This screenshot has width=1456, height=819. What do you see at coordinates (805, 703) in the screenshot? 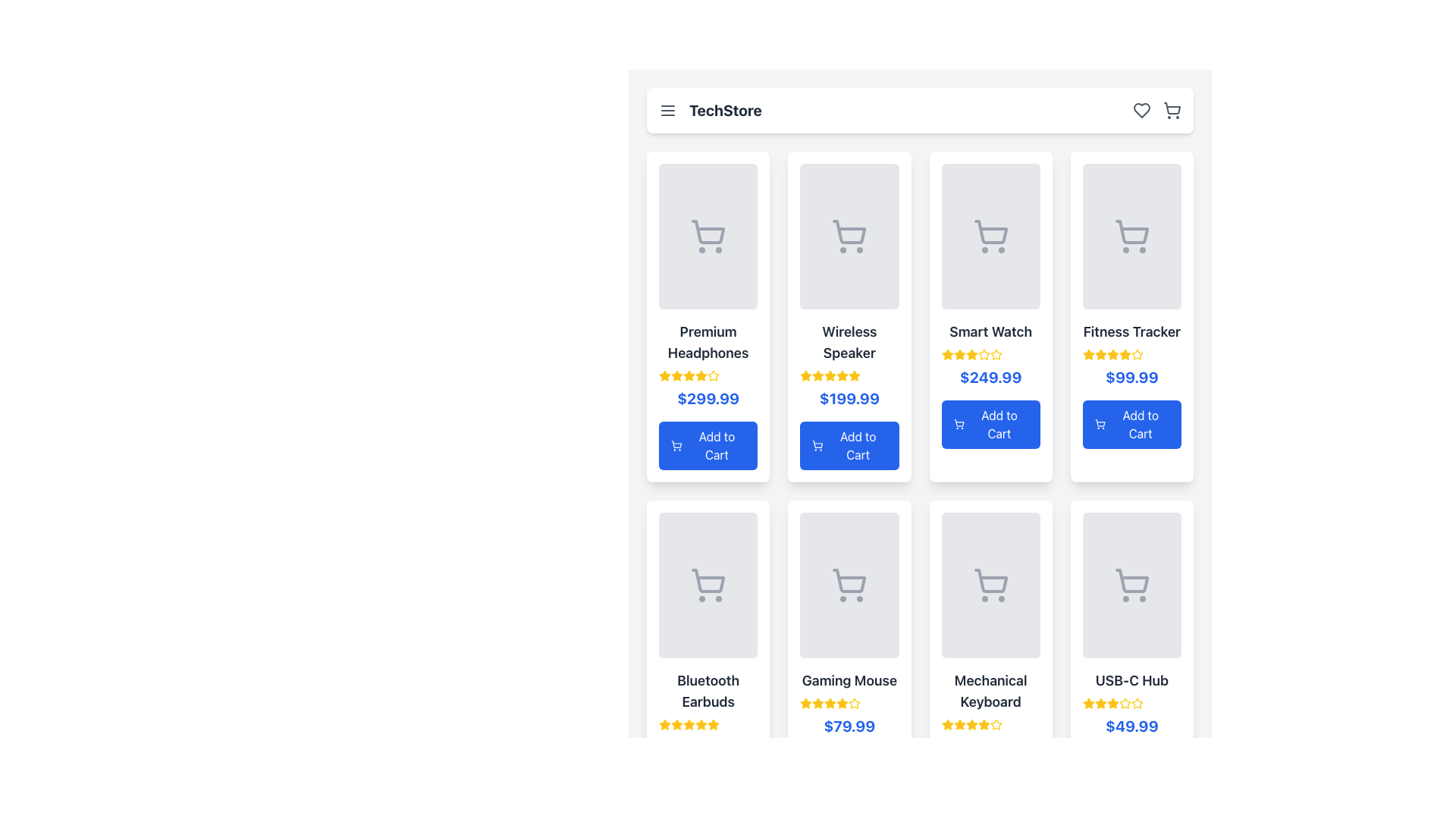
I see `the yellow star-shaped rating icon located in the review section of the 'Gaming Mouse' product card, positioned centrally beneath the product image and above the price` at bounding box center [805, 703].